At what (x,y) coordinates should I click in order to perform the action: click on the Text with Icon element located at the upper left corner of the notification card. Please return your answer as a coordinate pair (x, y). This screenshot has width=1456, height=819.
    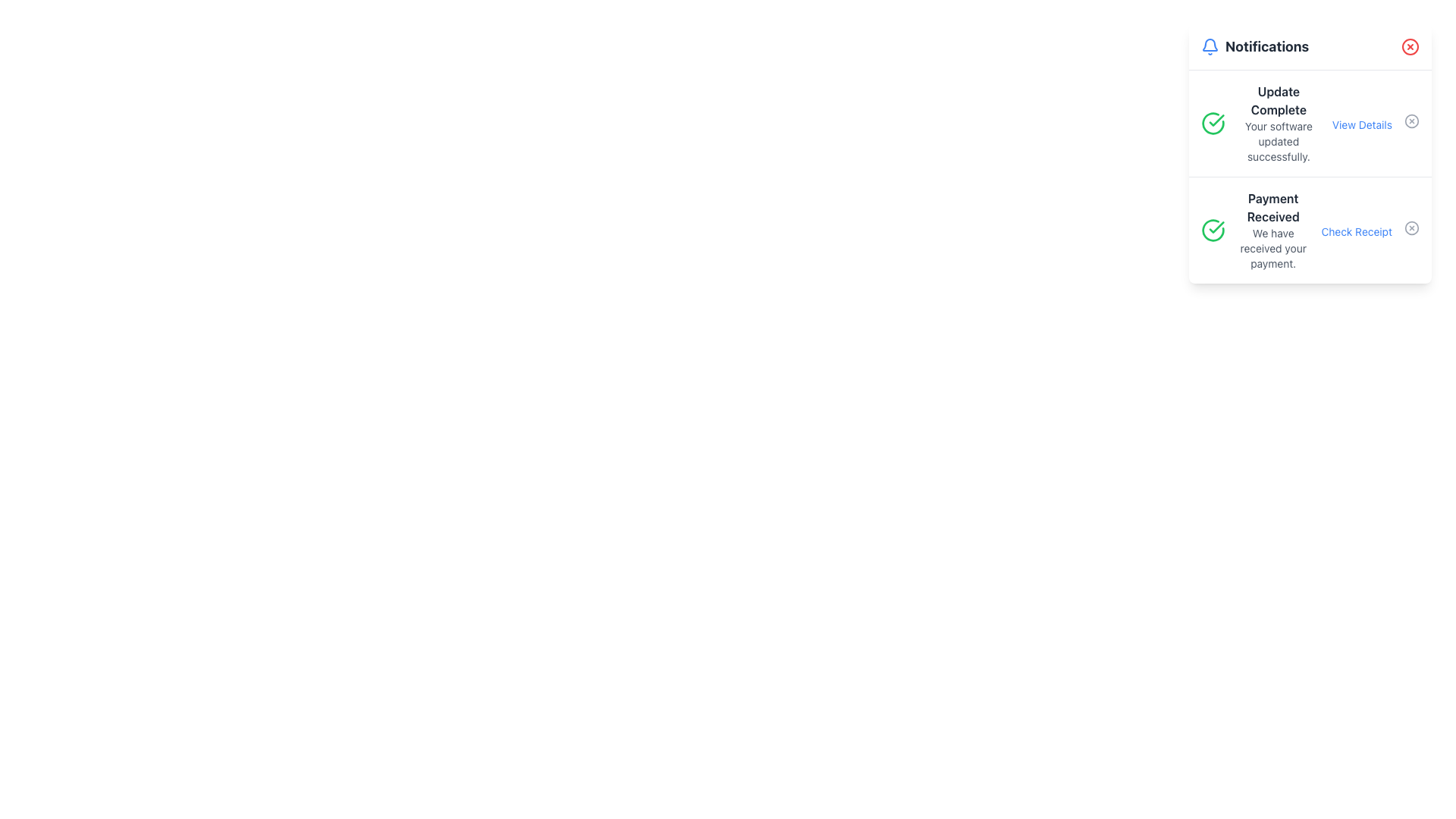
    Looking at the image, I should click on (1255, 45).